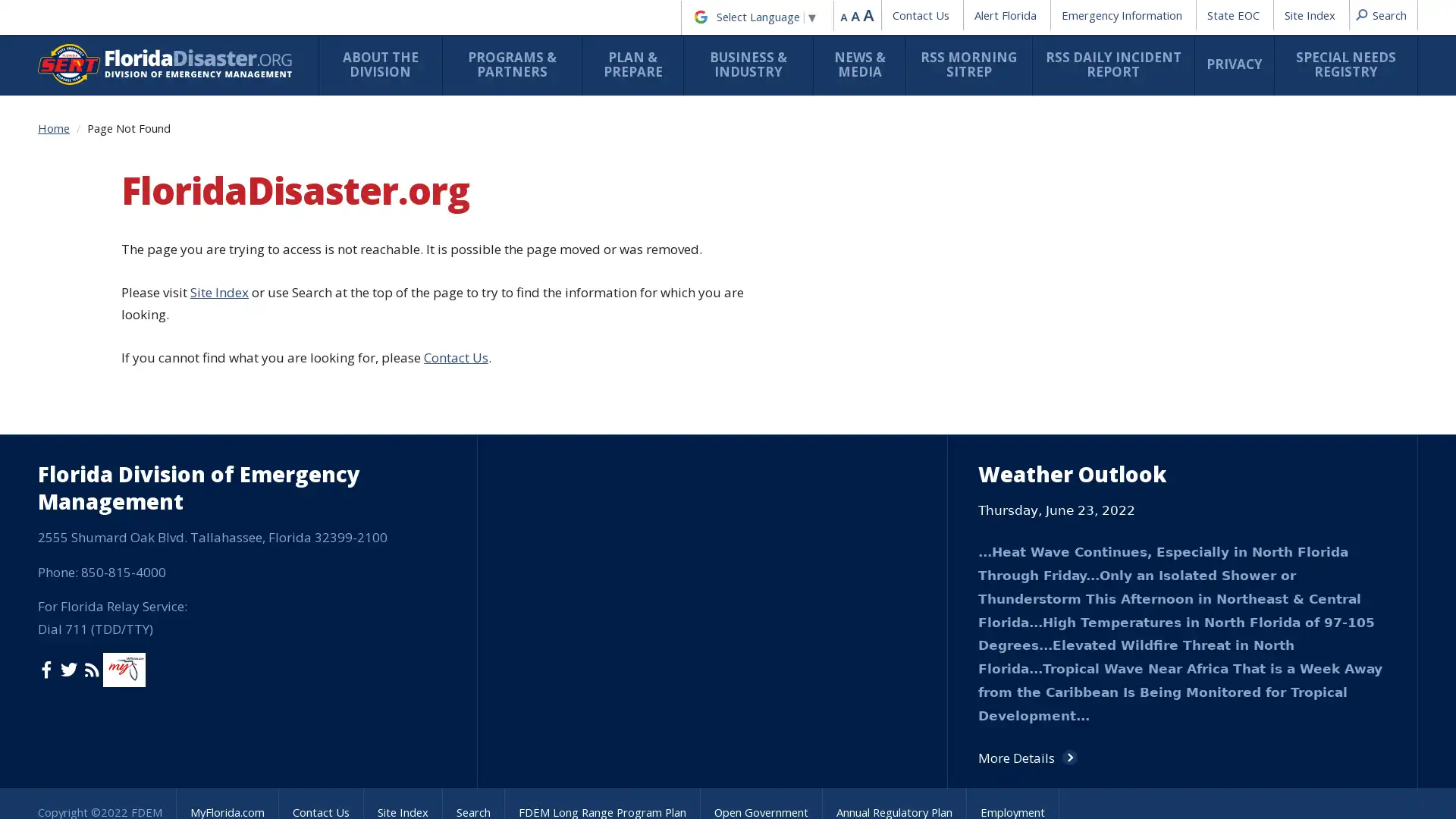 This screenshot has height=819, width=1456. I want to click on Toggle More, so click(455, 287).